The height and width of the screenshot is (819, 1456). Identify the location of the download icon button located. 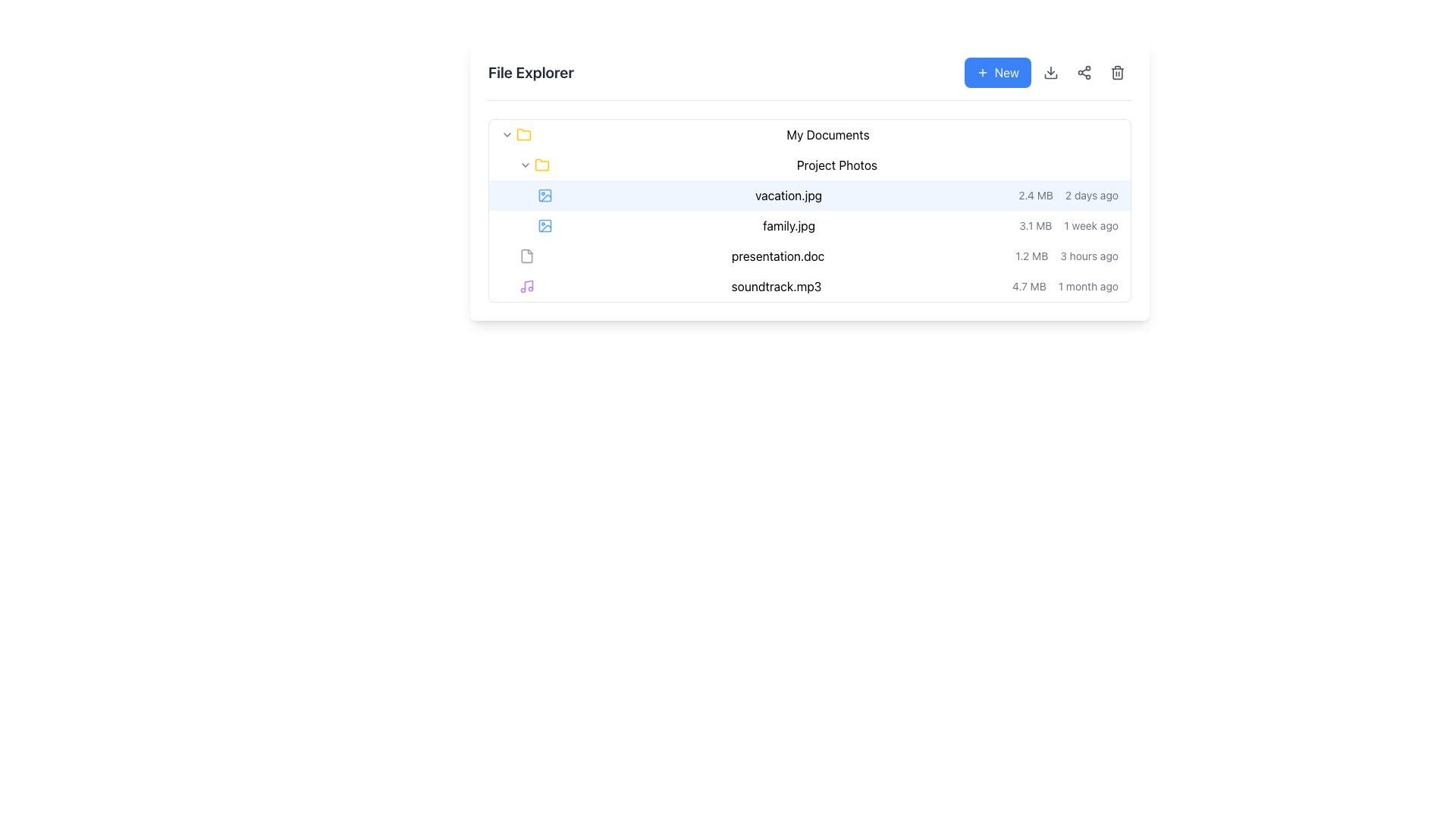
(1046, 73).